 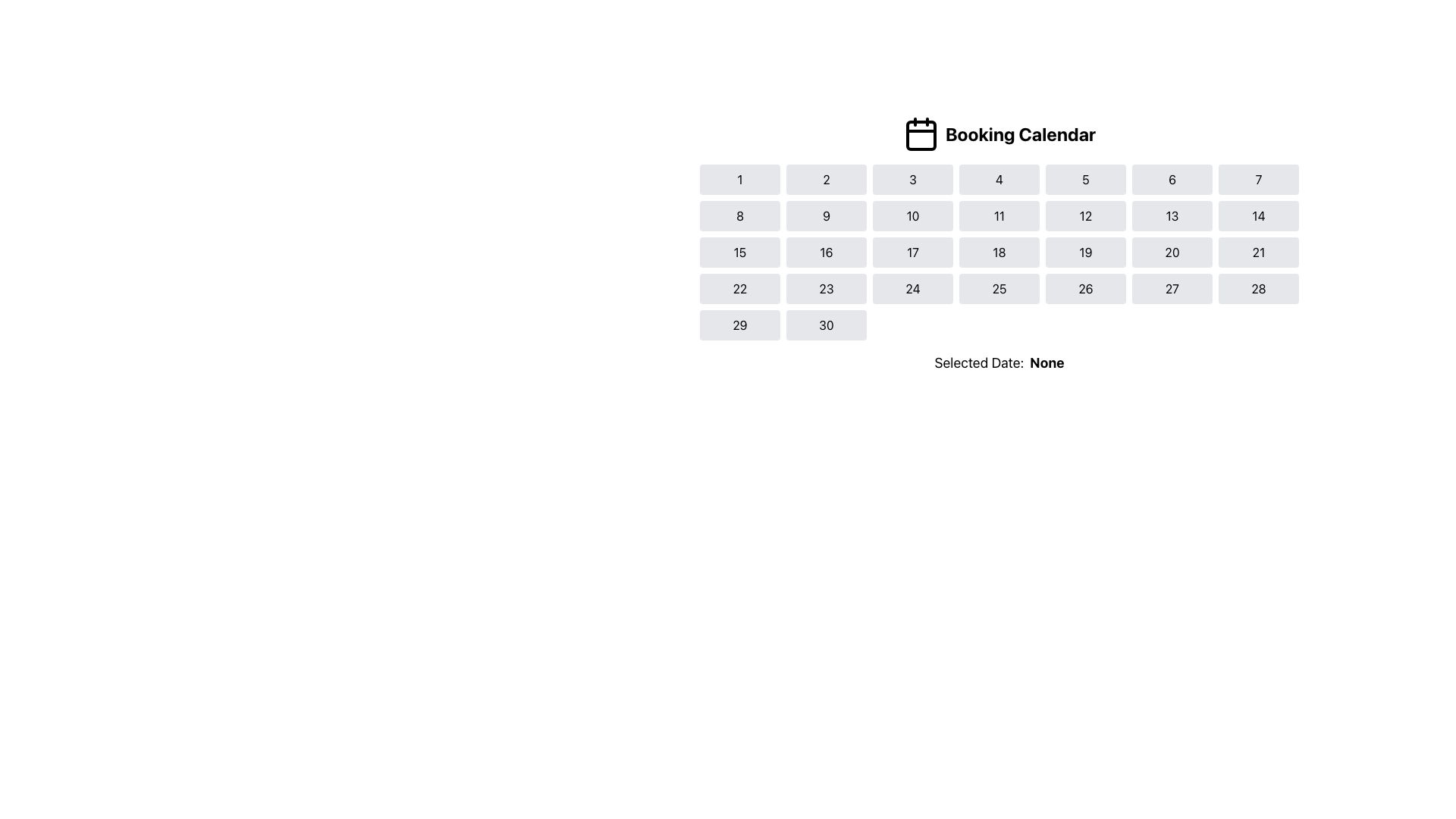 What do you see at coordinates (739, 251) in the screenshot?
I see `the rectangular button labeled '15' with a light gray background, positioned in the third row and first column under the 'Booking Calendar' header` at bounding box center [739, 251].